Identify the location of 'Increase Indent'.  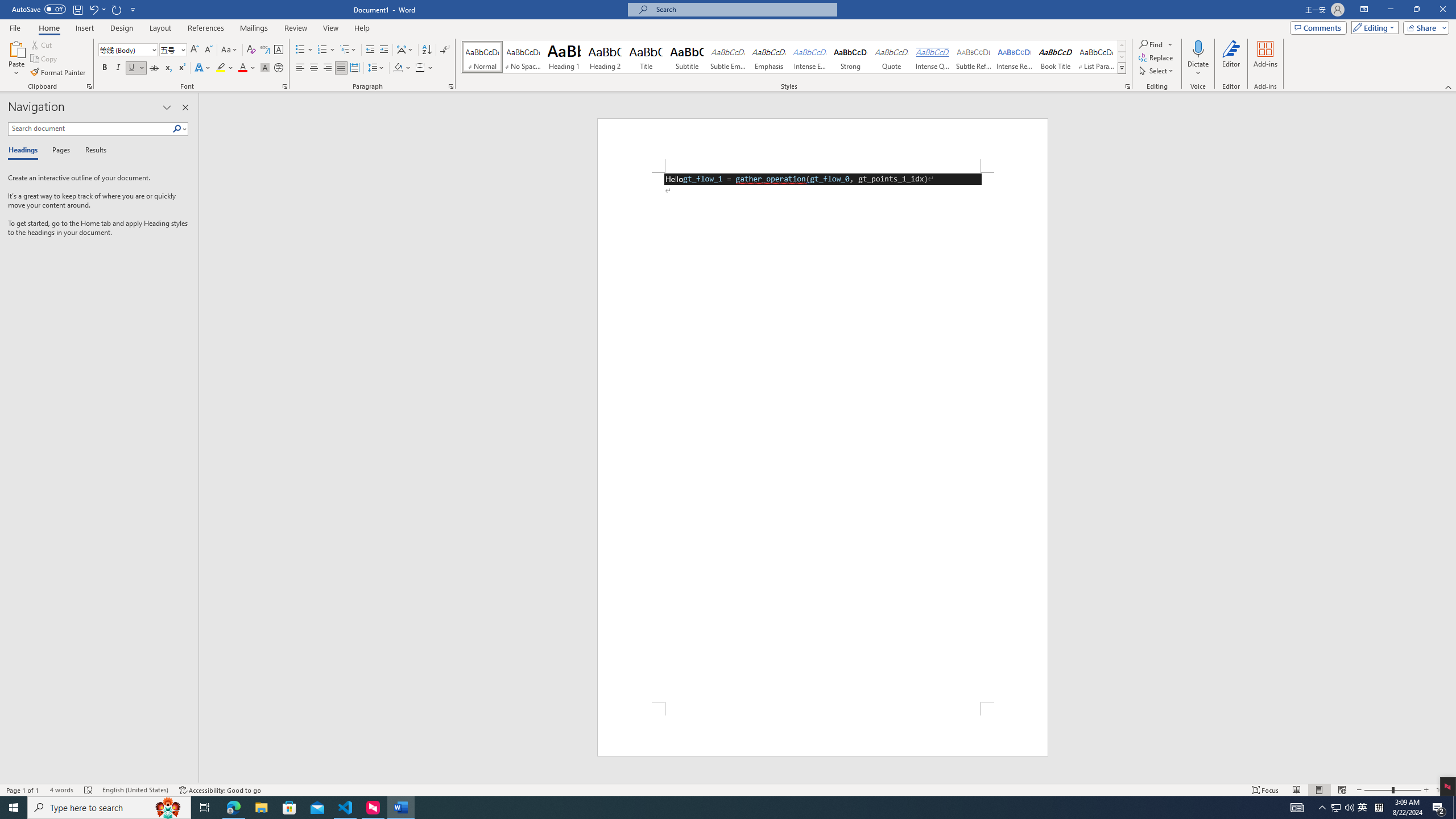
(383, 49).